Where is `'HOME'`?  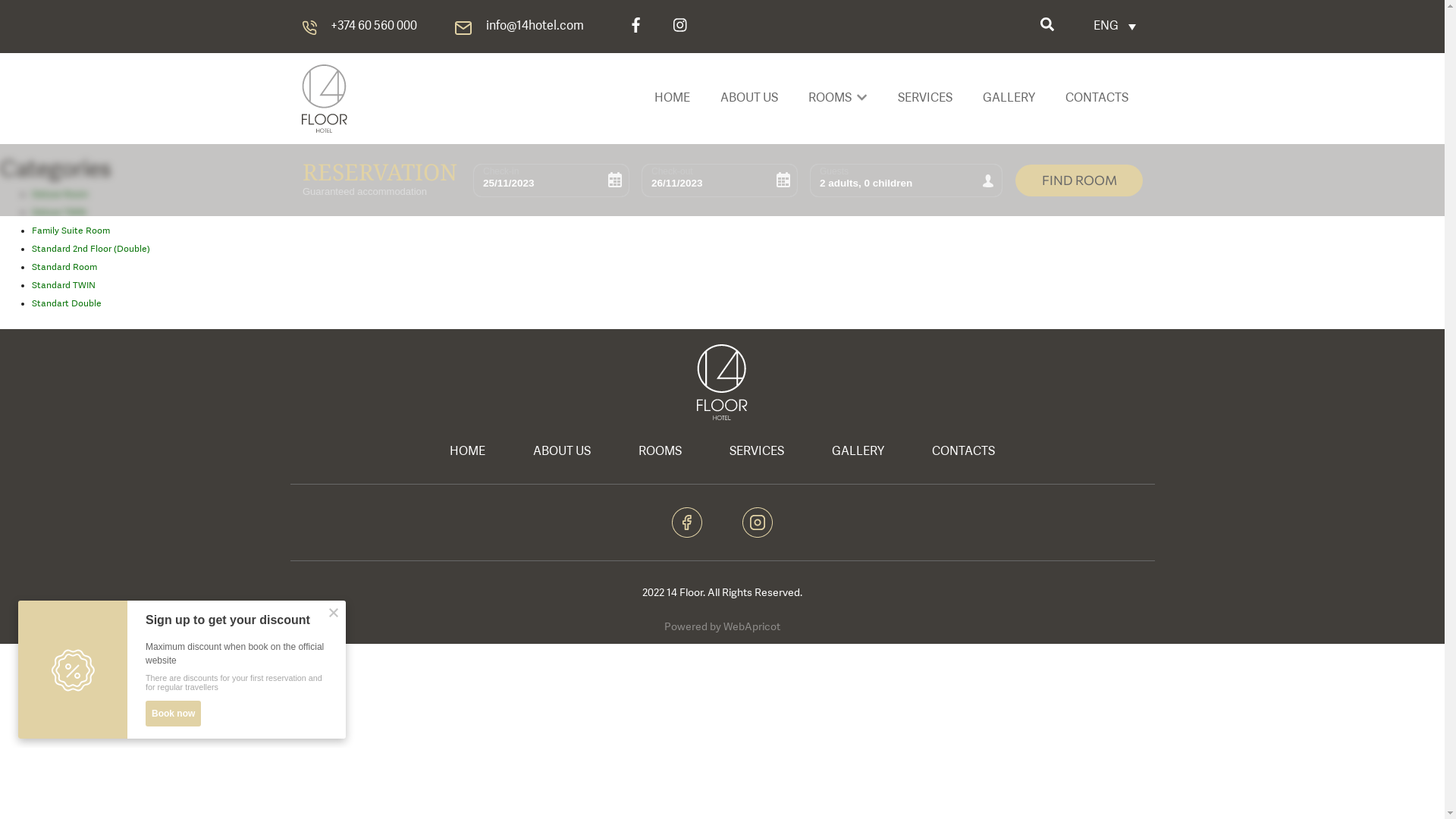 'HOME' is located at coordinates (466, 451).